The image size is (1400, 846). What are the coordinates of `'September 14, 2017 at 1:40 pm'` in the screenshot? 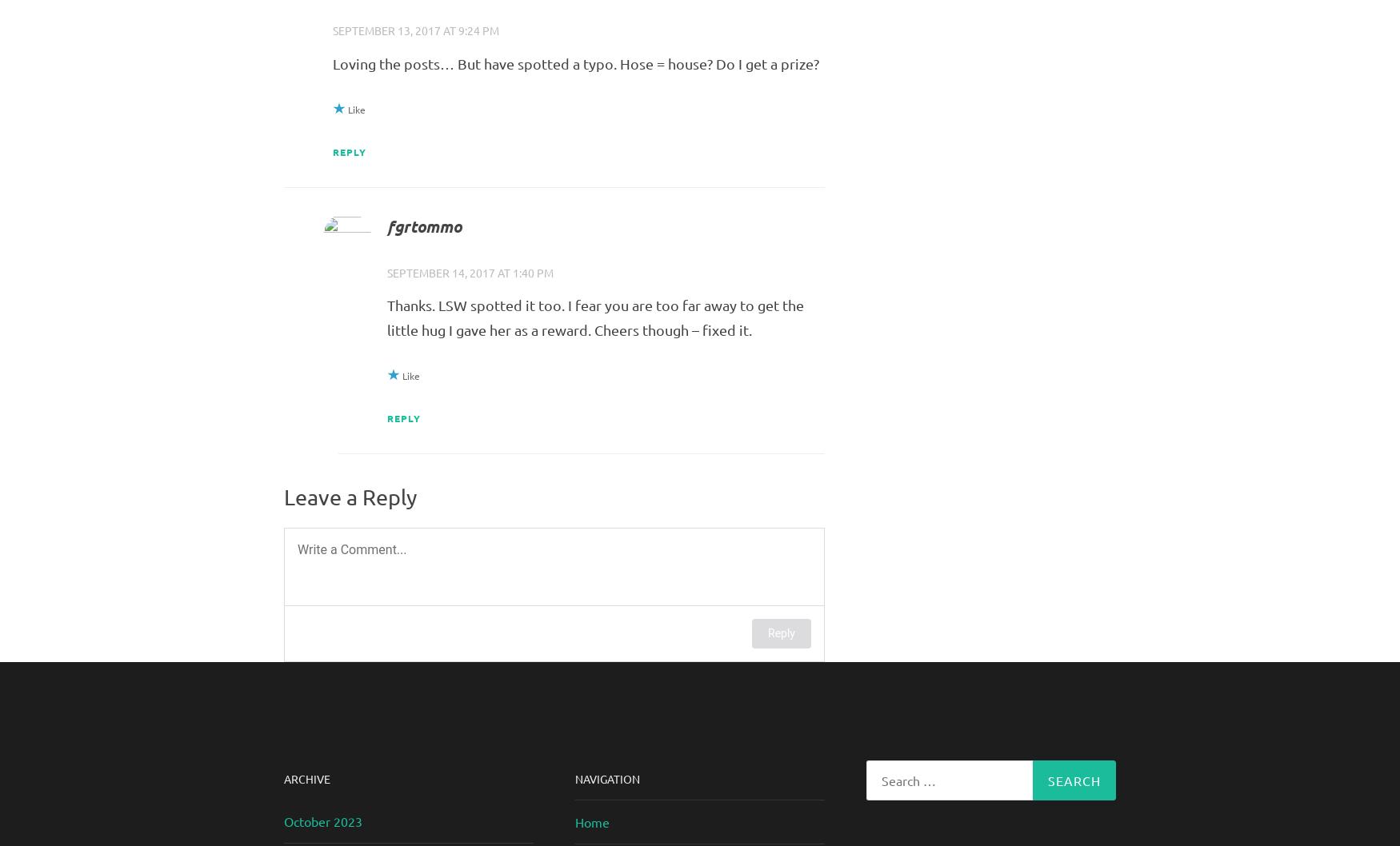 It's located at (469, 271).